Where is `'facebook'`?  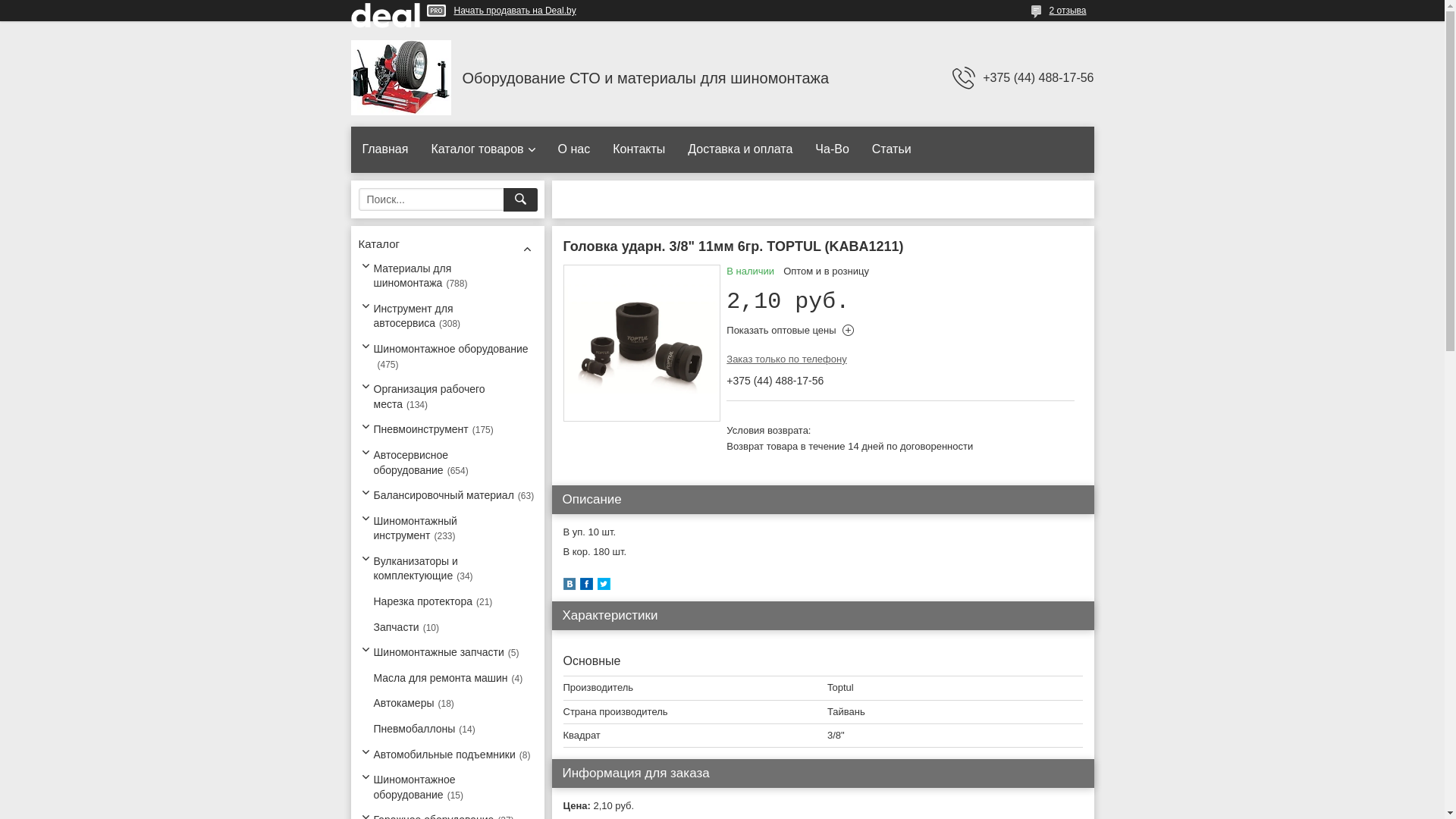
'facebook' is located at coordinates (585, 585).